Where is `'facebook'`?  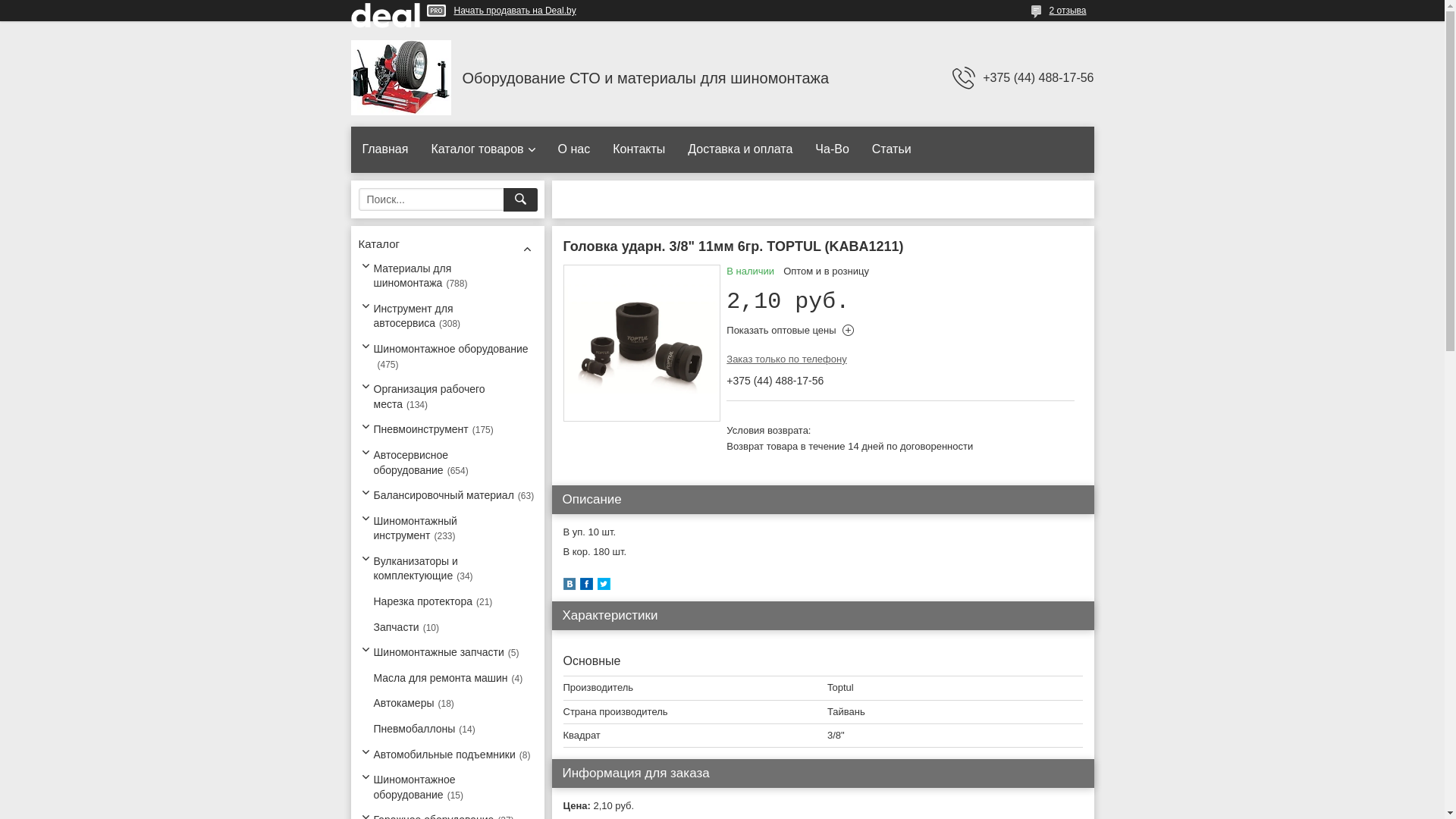
'facebook' is located at coordinates (585, 585).